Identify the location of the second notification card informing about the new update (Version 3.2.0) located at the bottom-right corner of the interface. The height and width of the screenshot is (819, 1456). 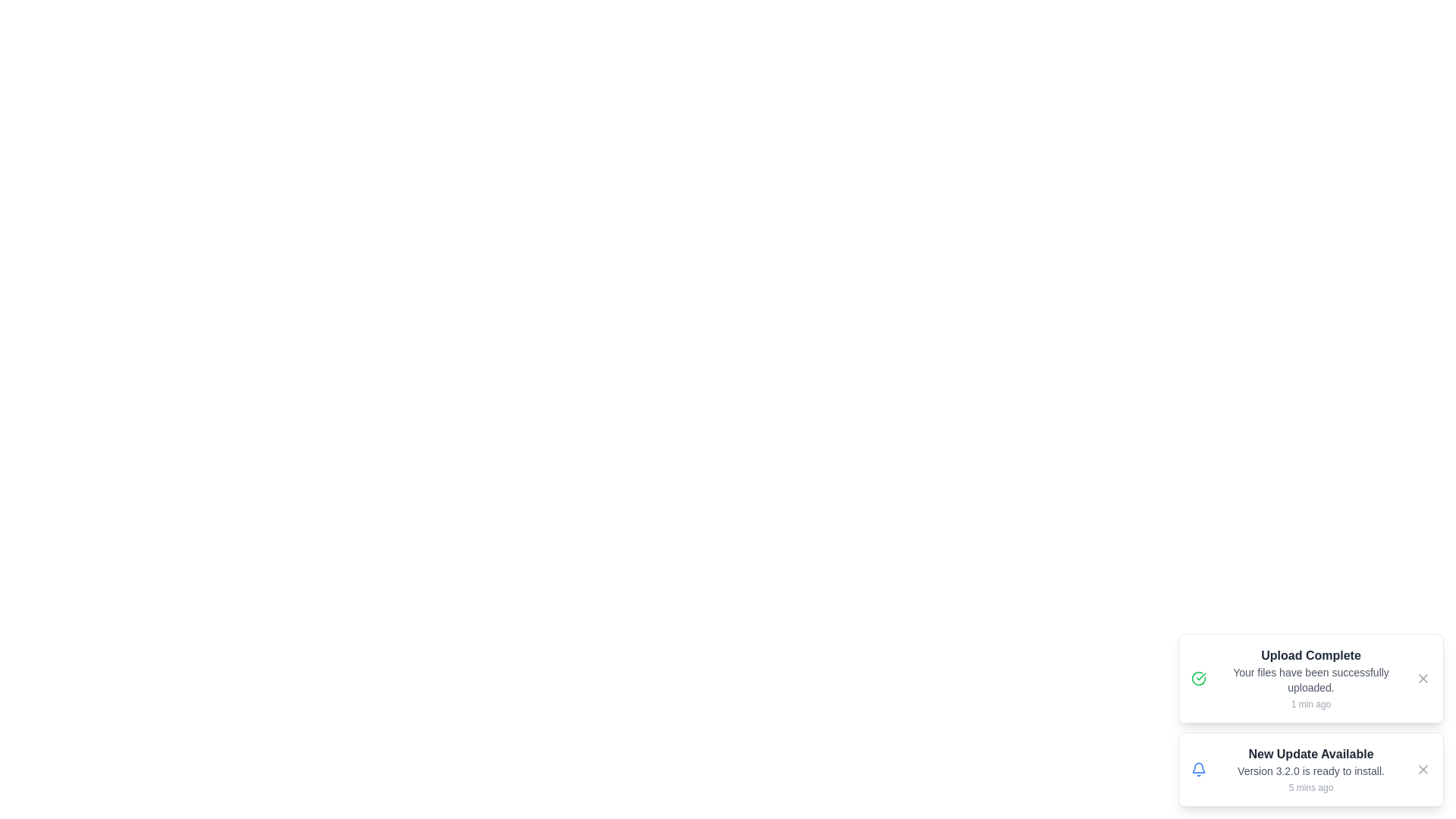
(1310, 769).